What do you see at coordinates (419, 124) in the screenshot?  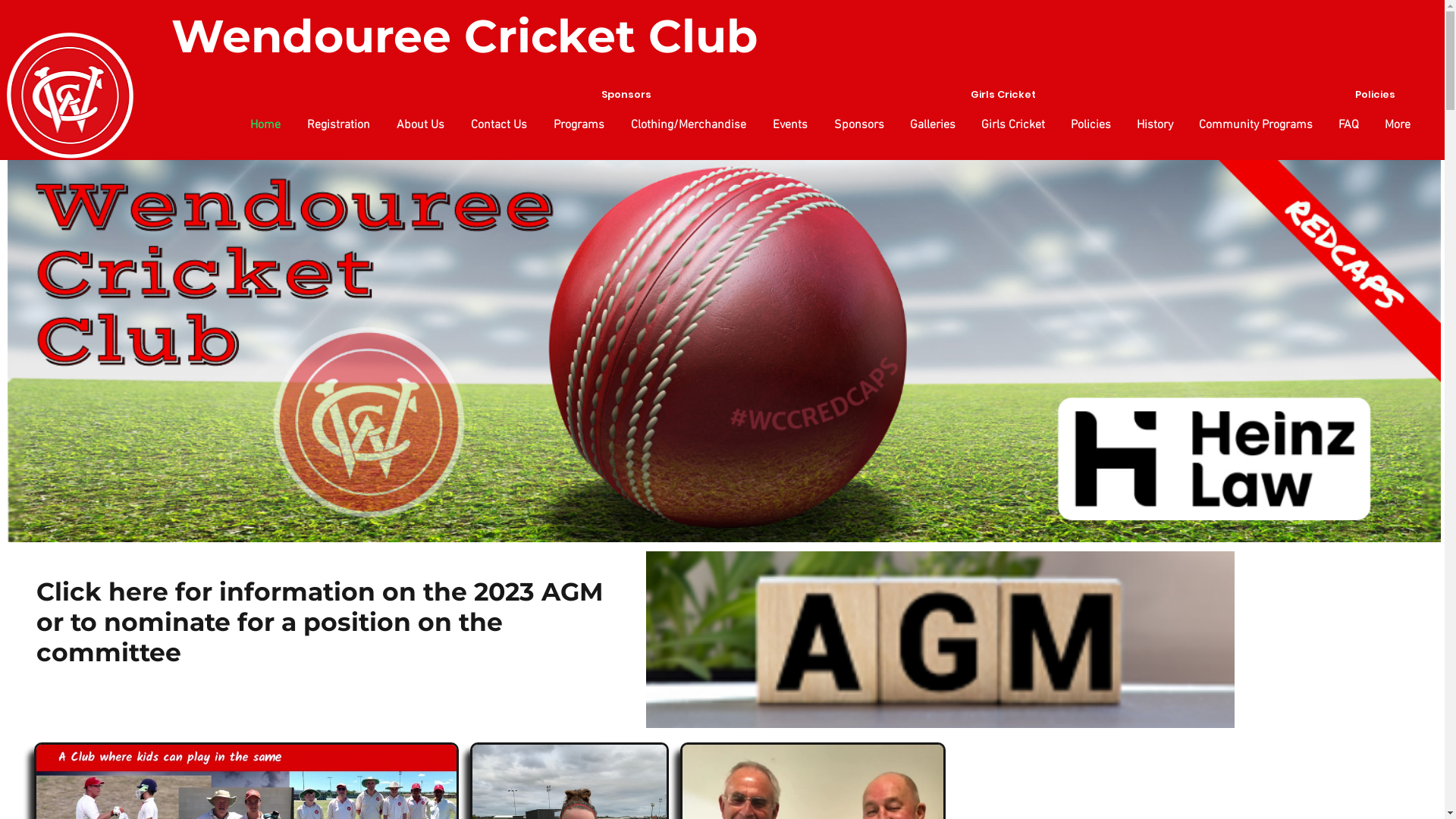 I see `'About Us'` at bounding box center [419, 124].